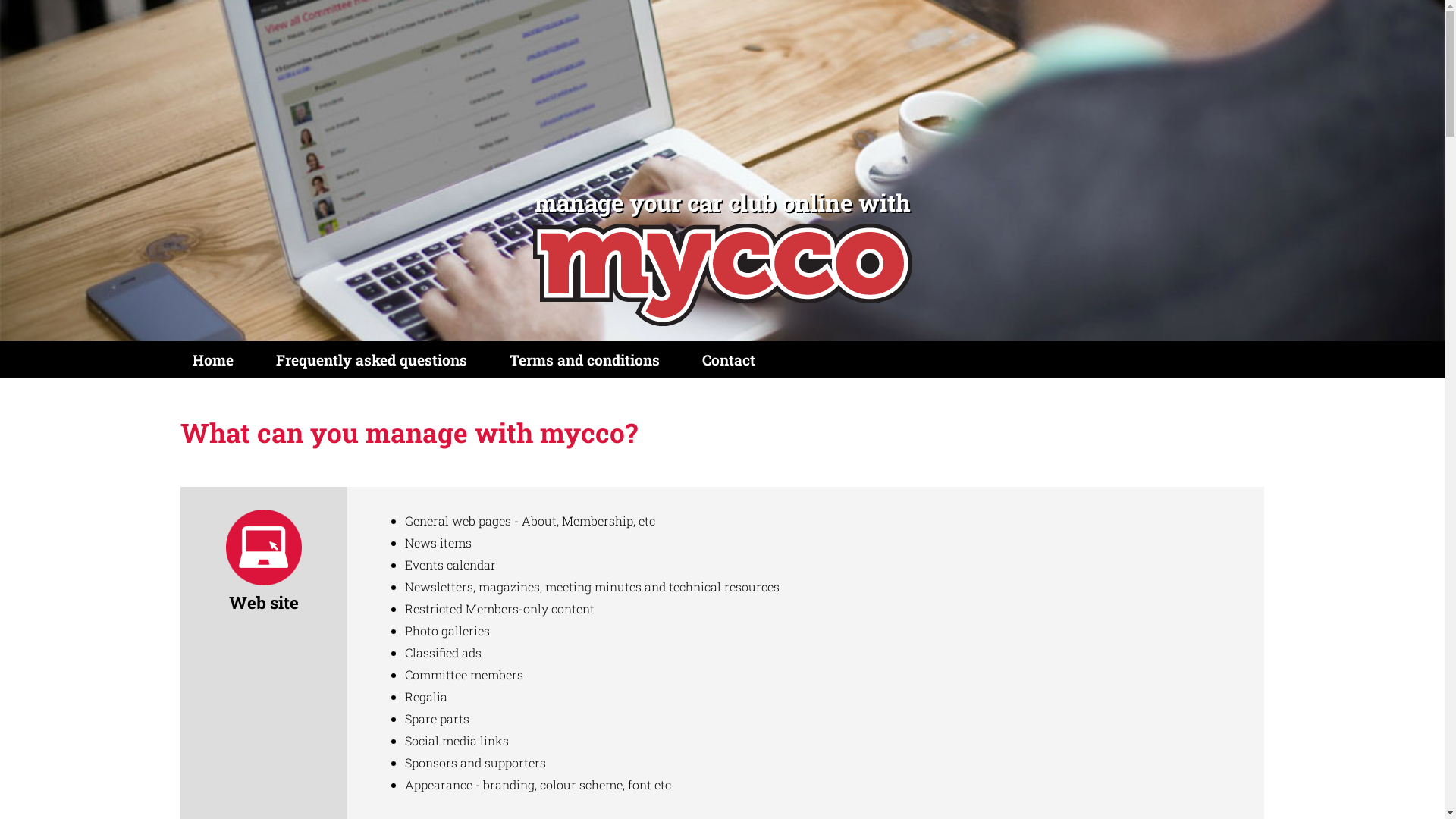  I want to click on 'Home', so click(212, 359).